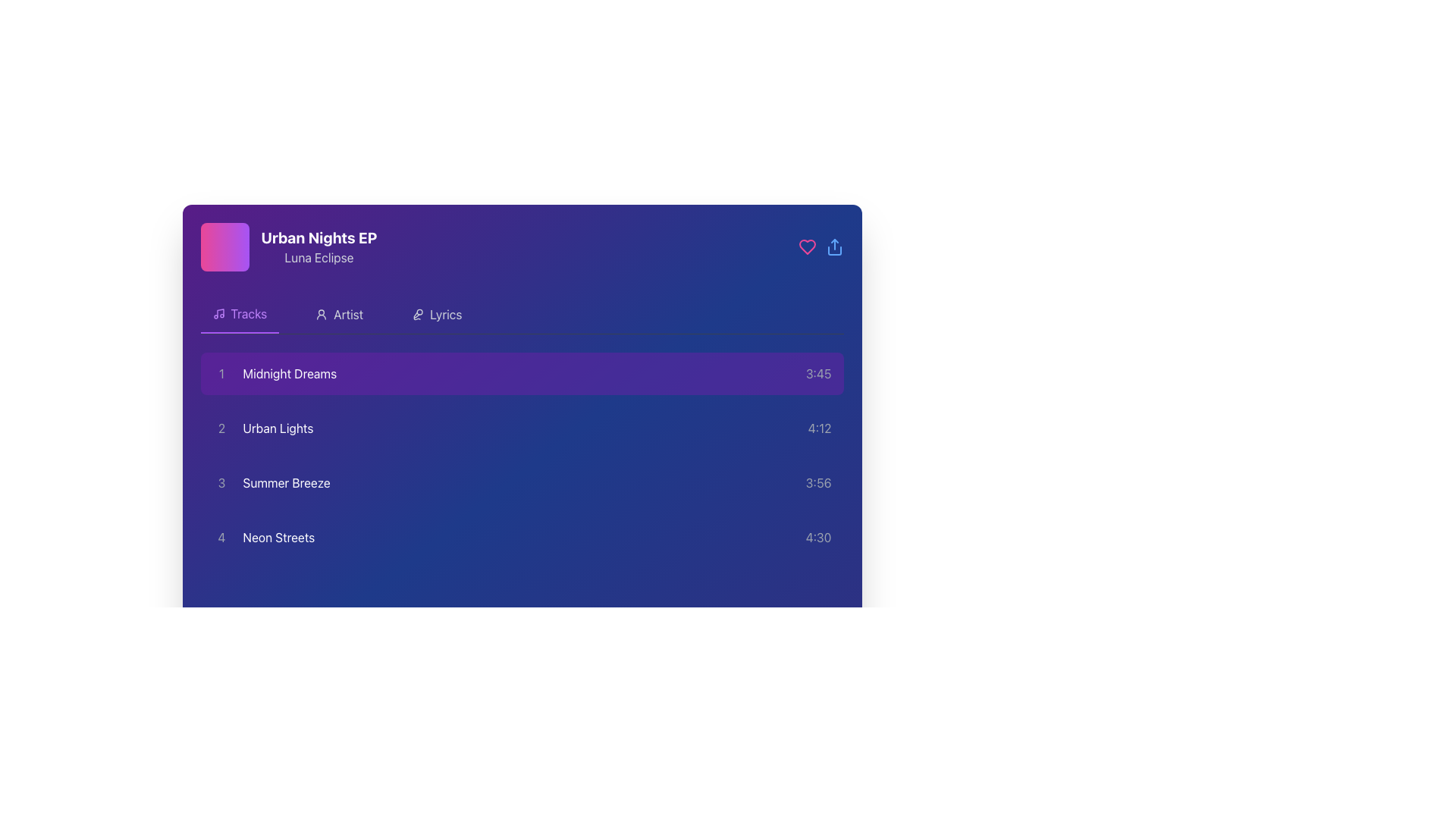  I want to click on the pink heart icon located in the top right corner of the card interface, so click(806, 246).